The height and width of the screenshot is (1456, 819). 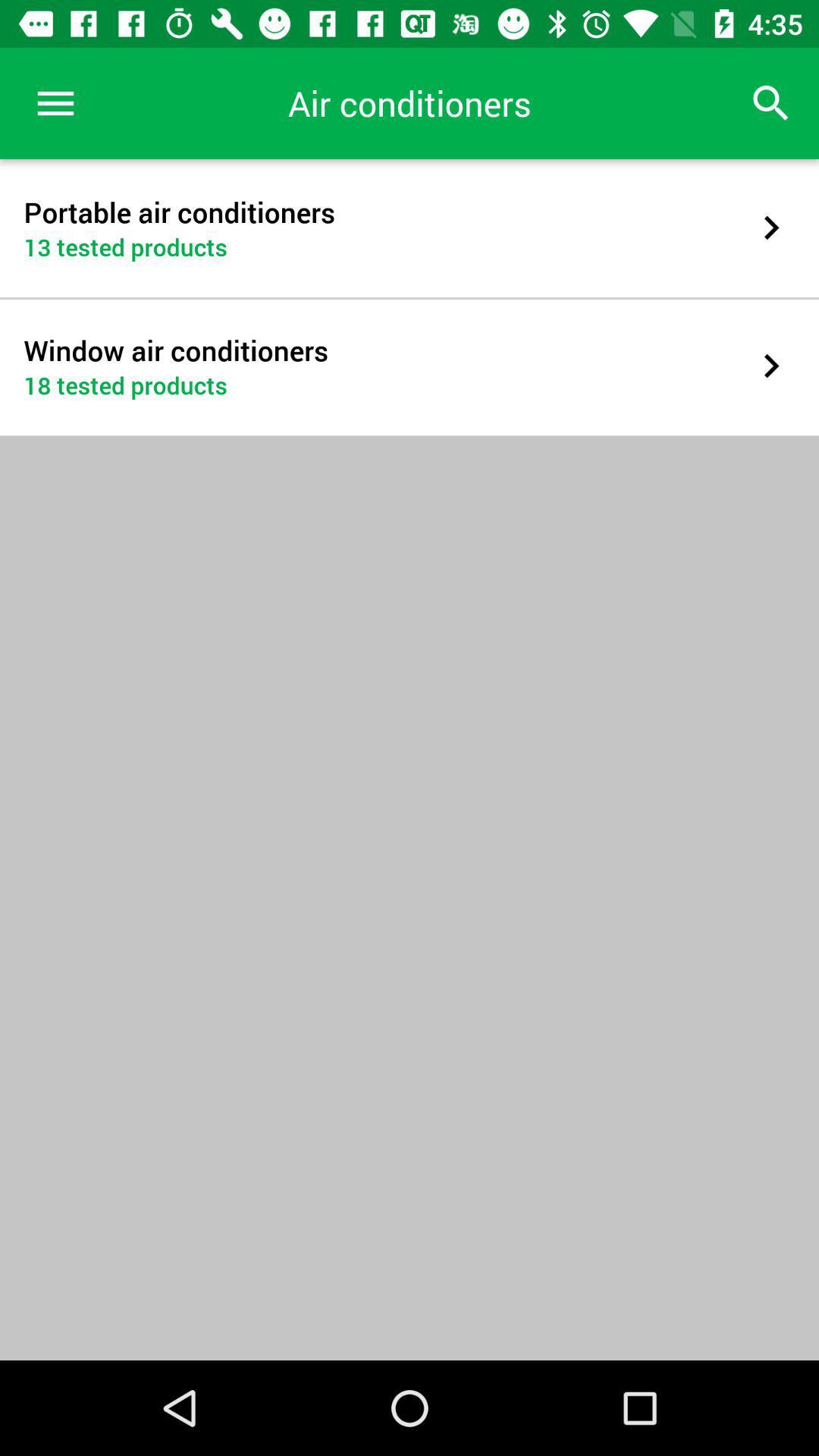 What do you see at coordinates (55, 102) in the screenshot?
I see `icon to the left of air conditioners icon` at bounding box center [55, 102].